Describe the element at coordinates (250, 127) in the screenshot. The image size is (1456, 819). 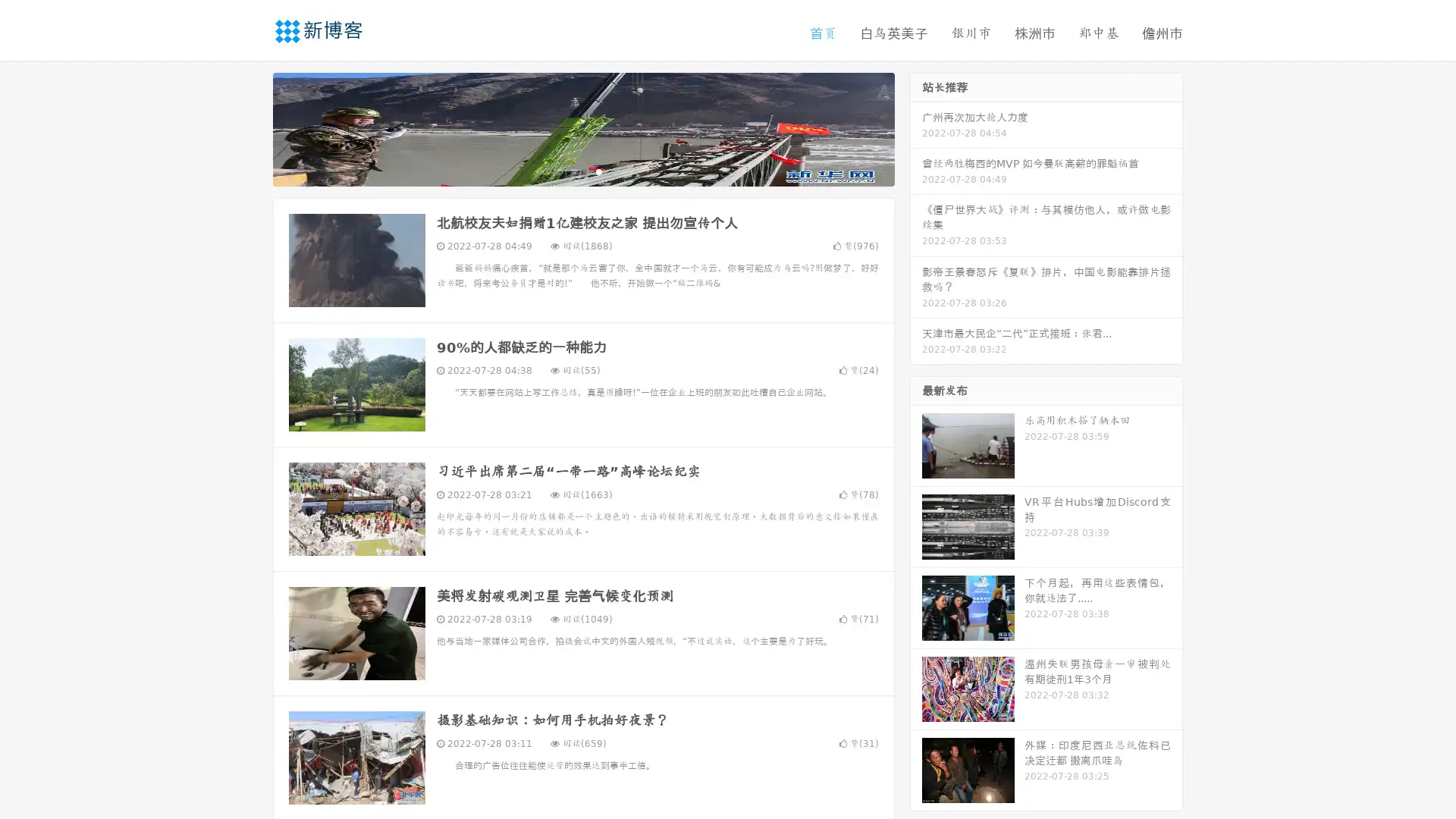
I see `Previous slide` at that location.